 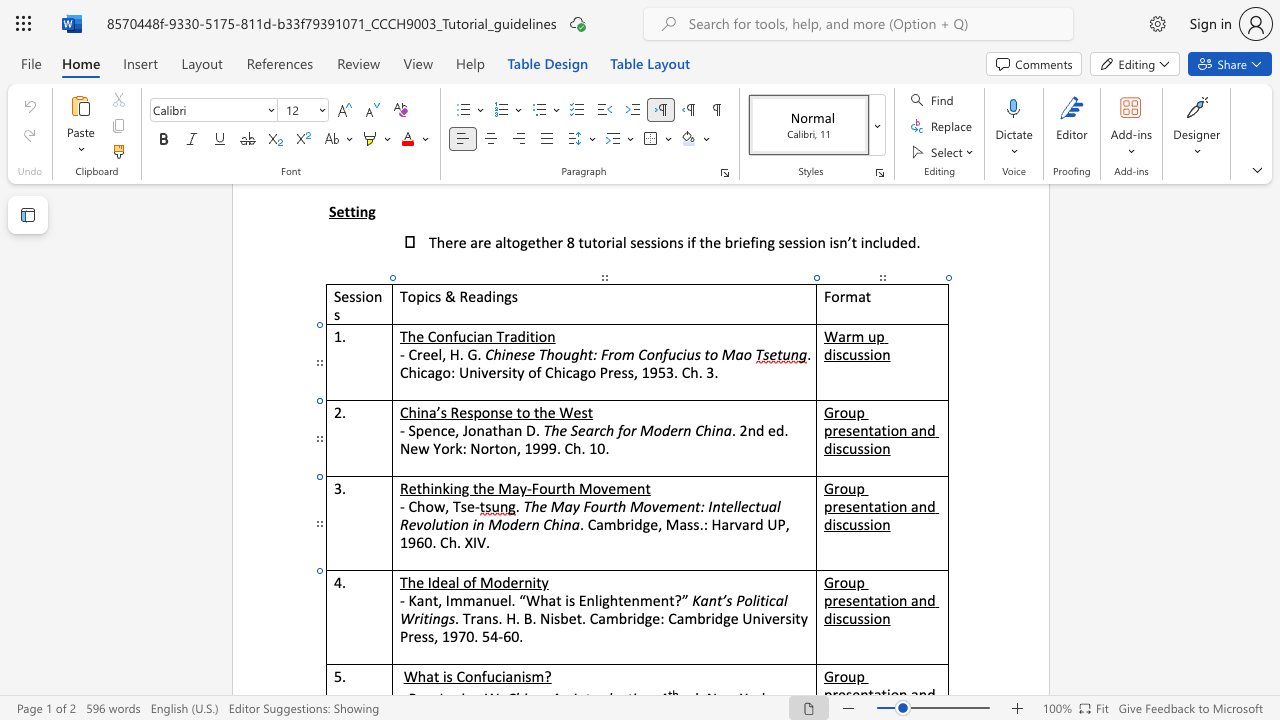 What do you see at coordinates (856, 505) in the screenshot?
I see `the 2th character "e" in the text` at bounding box center [856, 505].